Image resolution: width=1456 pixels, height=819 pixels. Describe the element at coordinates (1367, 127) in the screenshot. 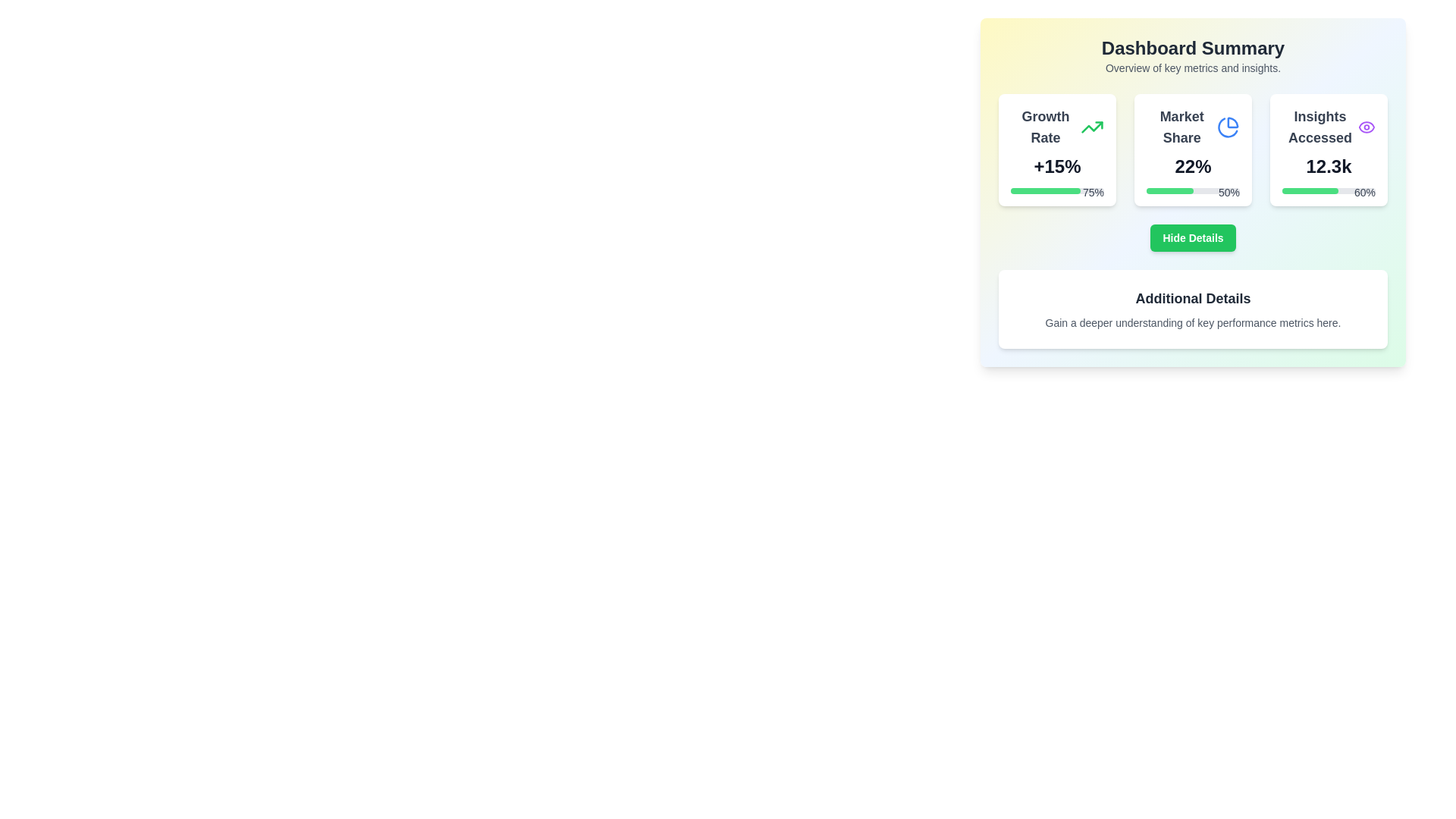

I see `the icon located to the far right within the card labeled 'Insights Accessed', positioned horizontally to the right of the text '12.3k'` at that location.